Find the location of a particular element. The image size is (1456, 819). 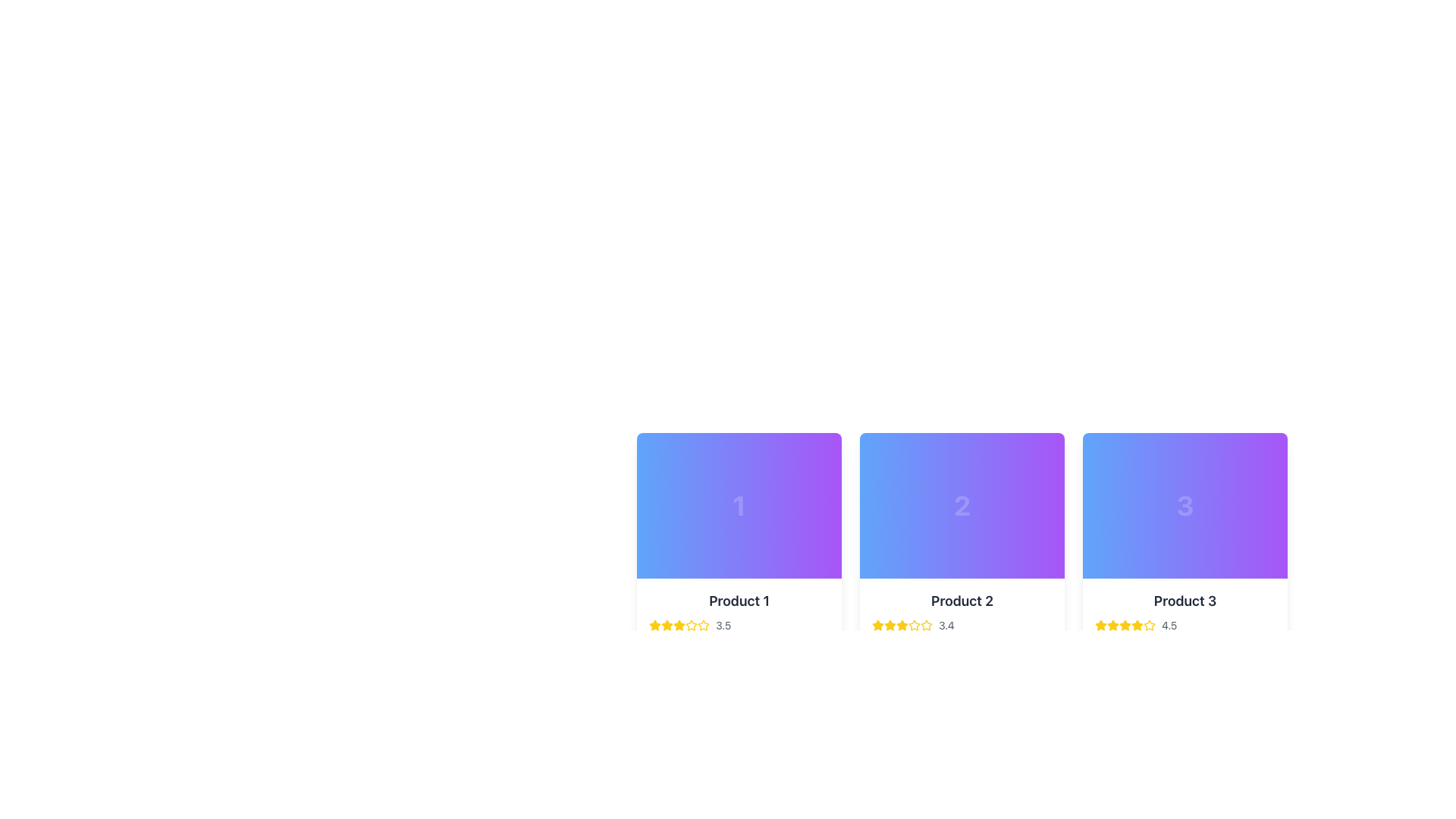

the third product display card in the top row of the grid layout, located between 'Product 2' and 'Product 4' is located at coordinates (1185, 554).